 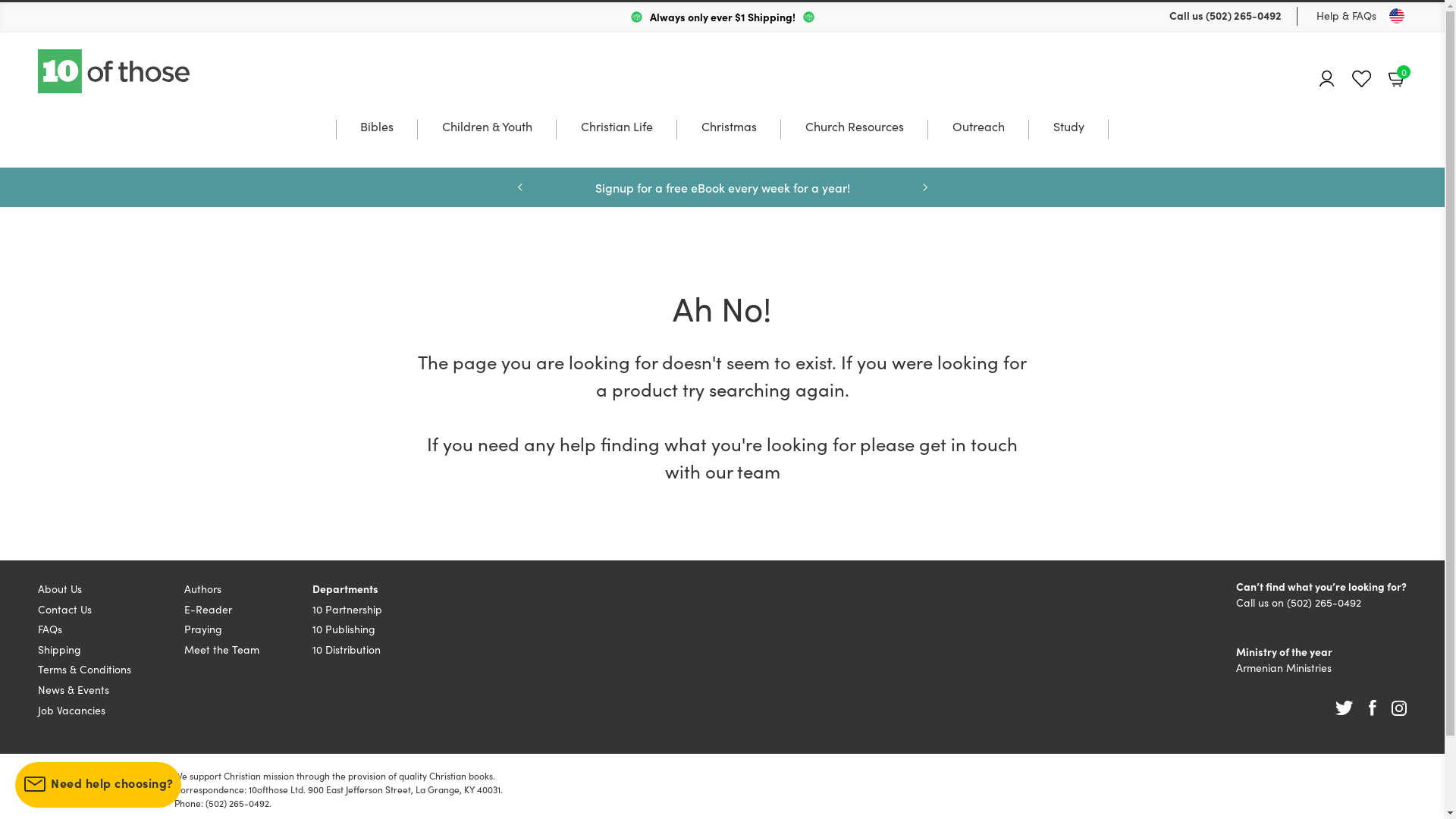 I want to click on 'E-Reader', so click(x=207, y=607).